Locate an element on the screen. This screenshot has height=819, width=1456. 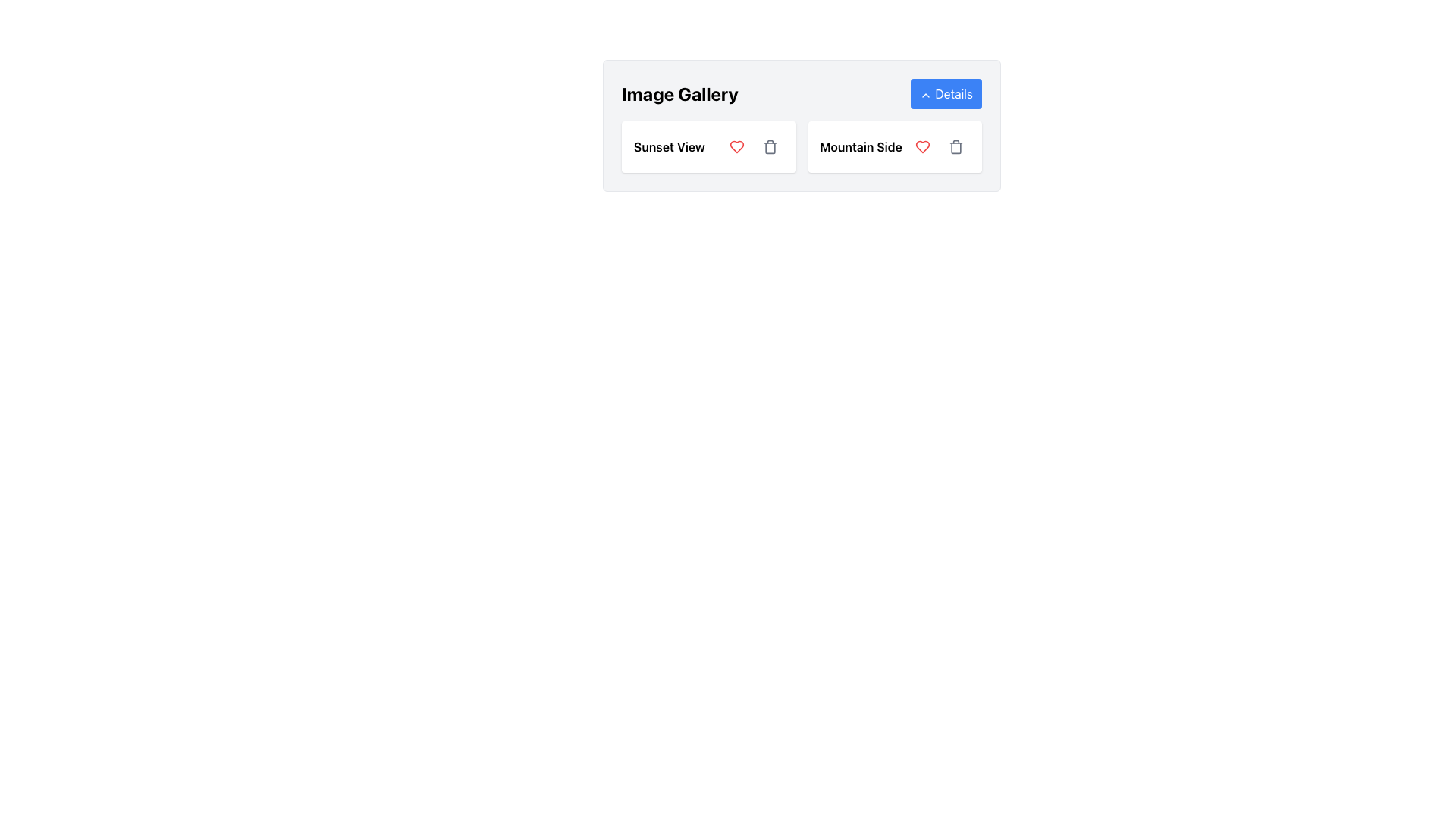
the button located in the top-right corner of the 'Image Gallery Details' box is located at coordinates (946, 93).